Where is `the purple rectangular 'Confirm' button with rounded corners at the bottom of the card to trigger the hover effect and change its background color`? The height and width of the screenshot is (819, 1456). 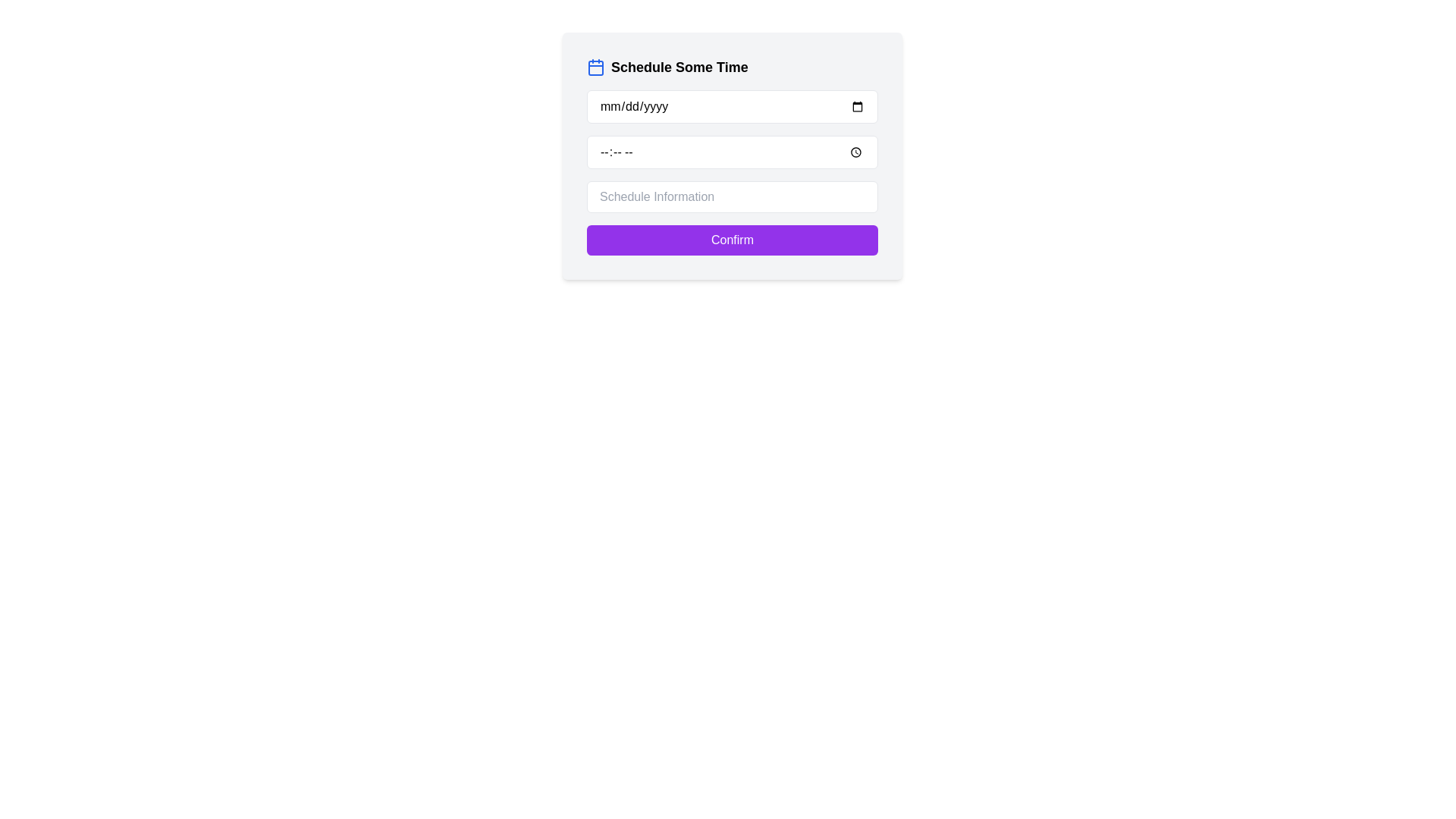 the purple rectangular 'Confirm' button with rounded corners at the bottom of the card to trigger the hover effect and change its background color is located at coordinates (732, 239).